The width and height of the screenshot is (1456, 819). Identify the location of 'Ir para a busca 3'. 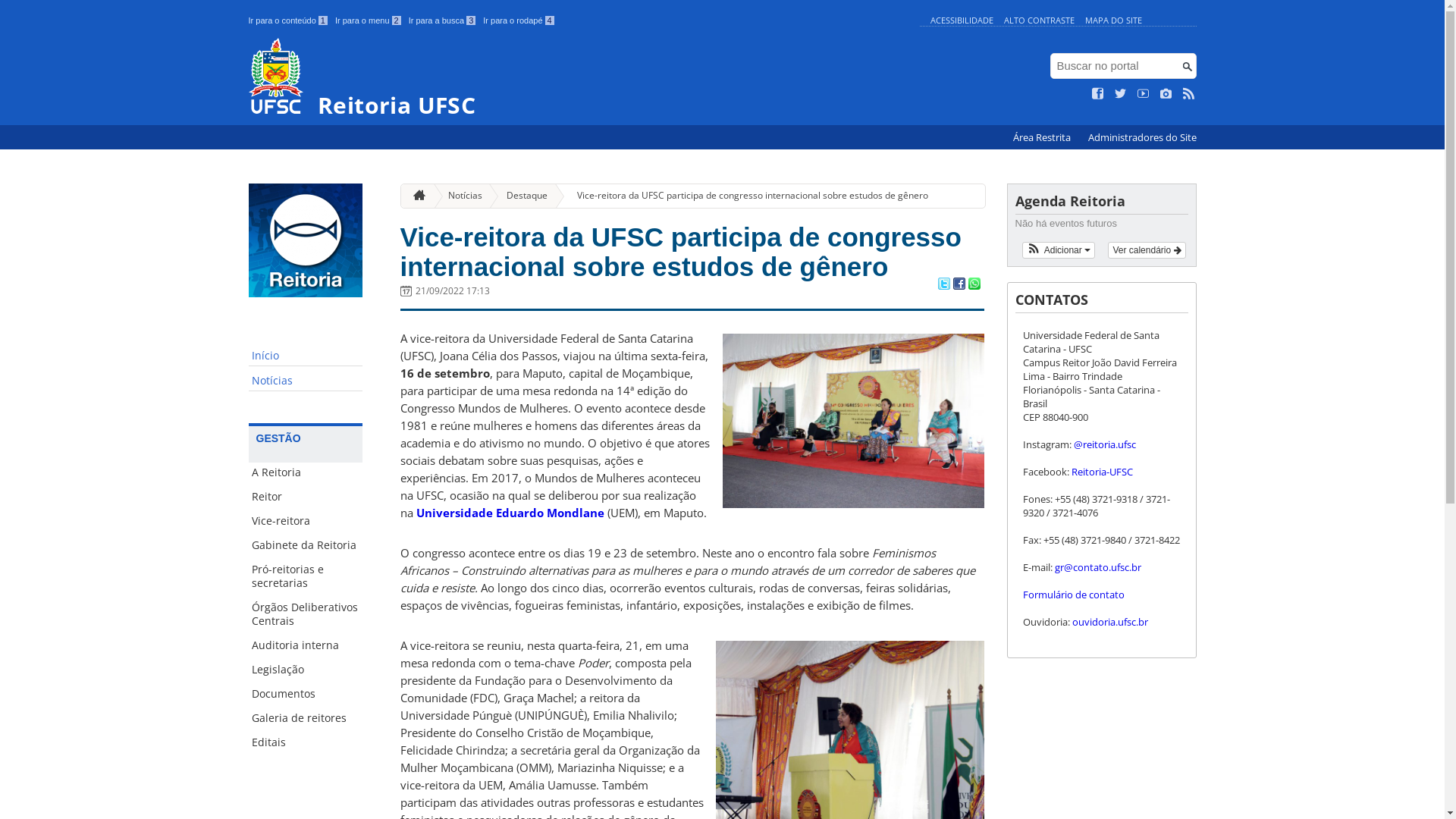
(441, 20).